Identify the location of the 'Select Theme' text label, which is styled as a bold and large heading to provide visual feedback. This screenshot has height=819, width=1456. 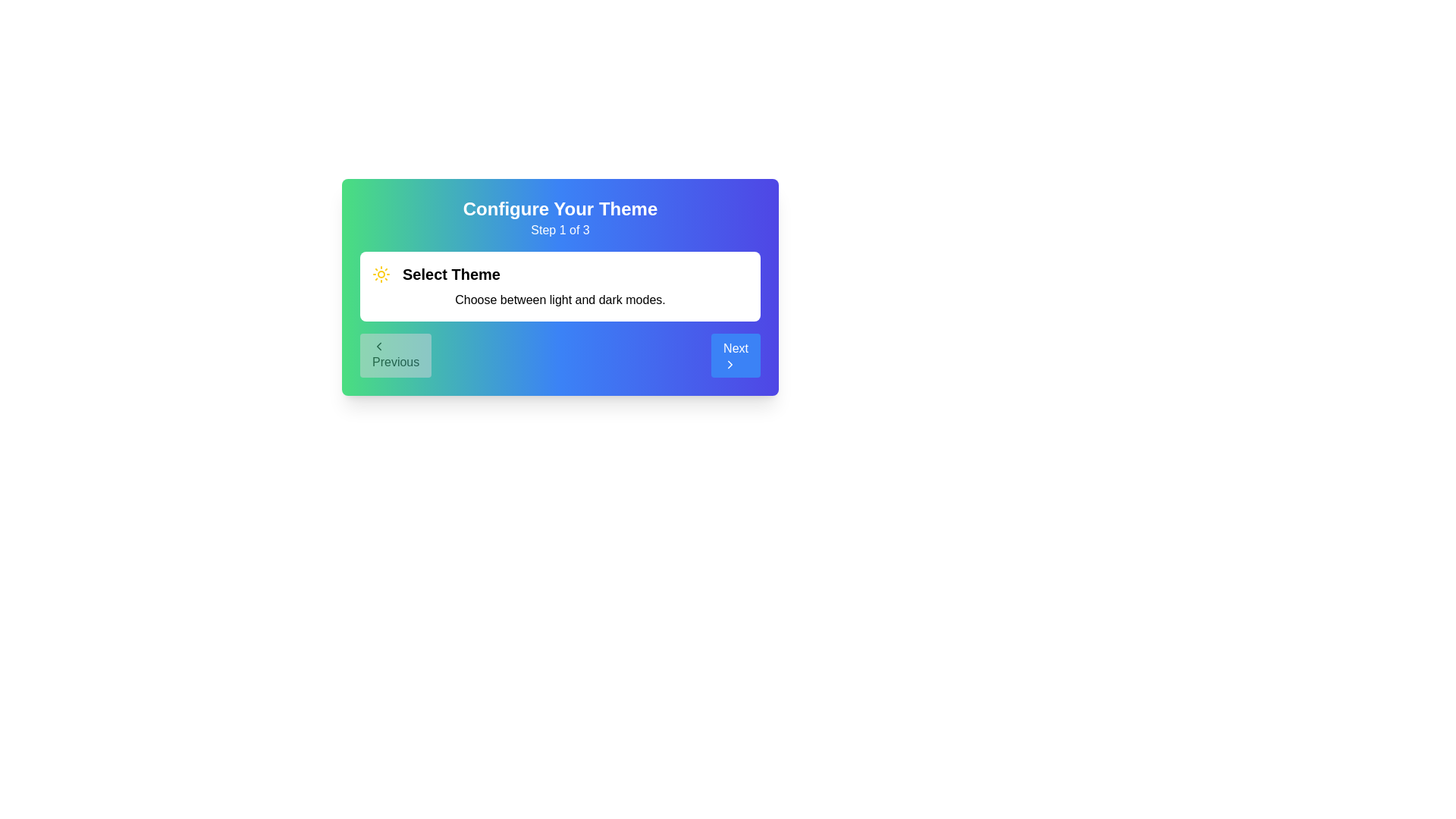
(450, 275).